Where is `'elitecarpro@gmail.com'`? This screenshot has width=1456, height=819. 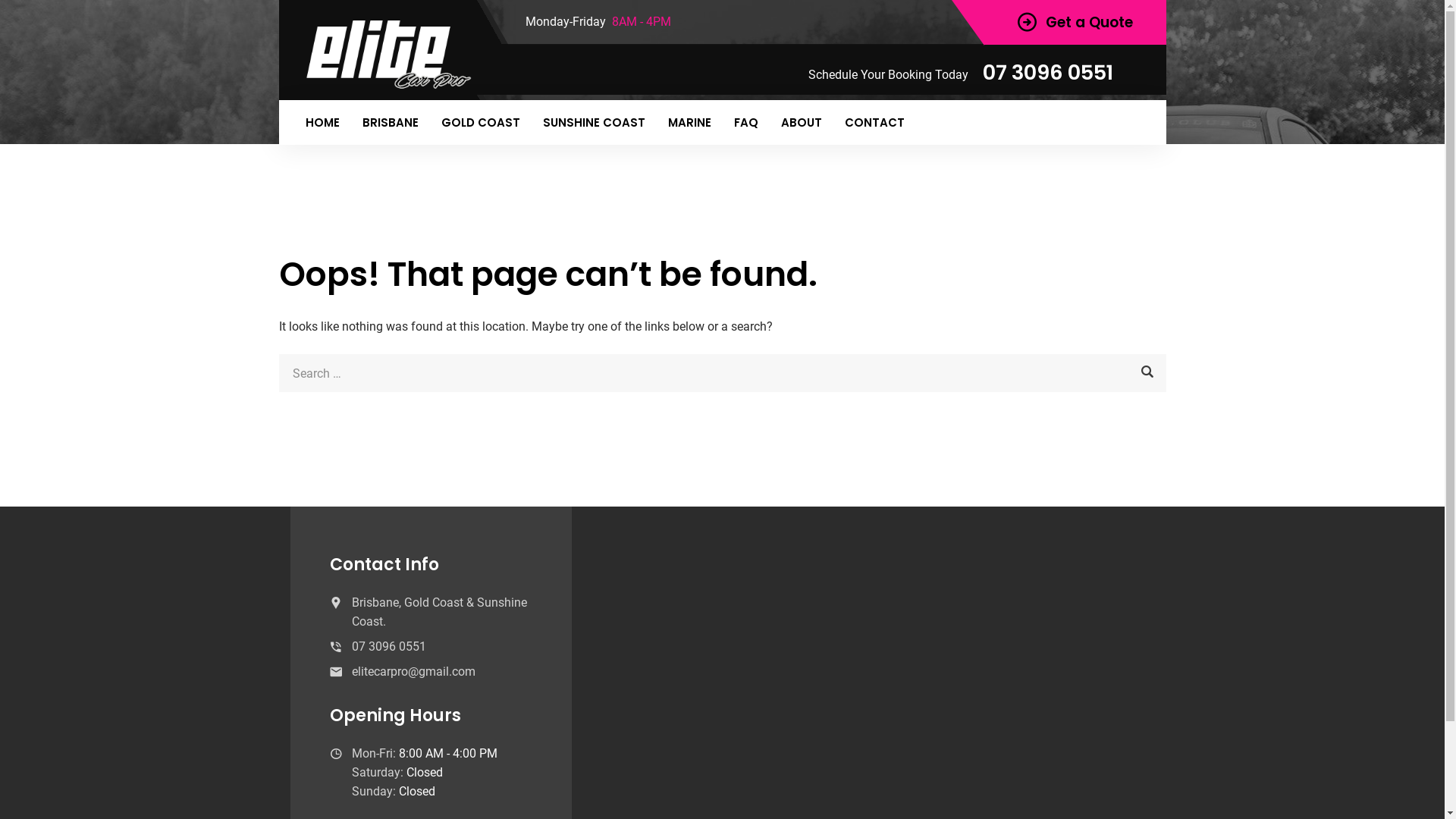
'elitecarpro@gmail.com' is located at coordinates (413, 670).